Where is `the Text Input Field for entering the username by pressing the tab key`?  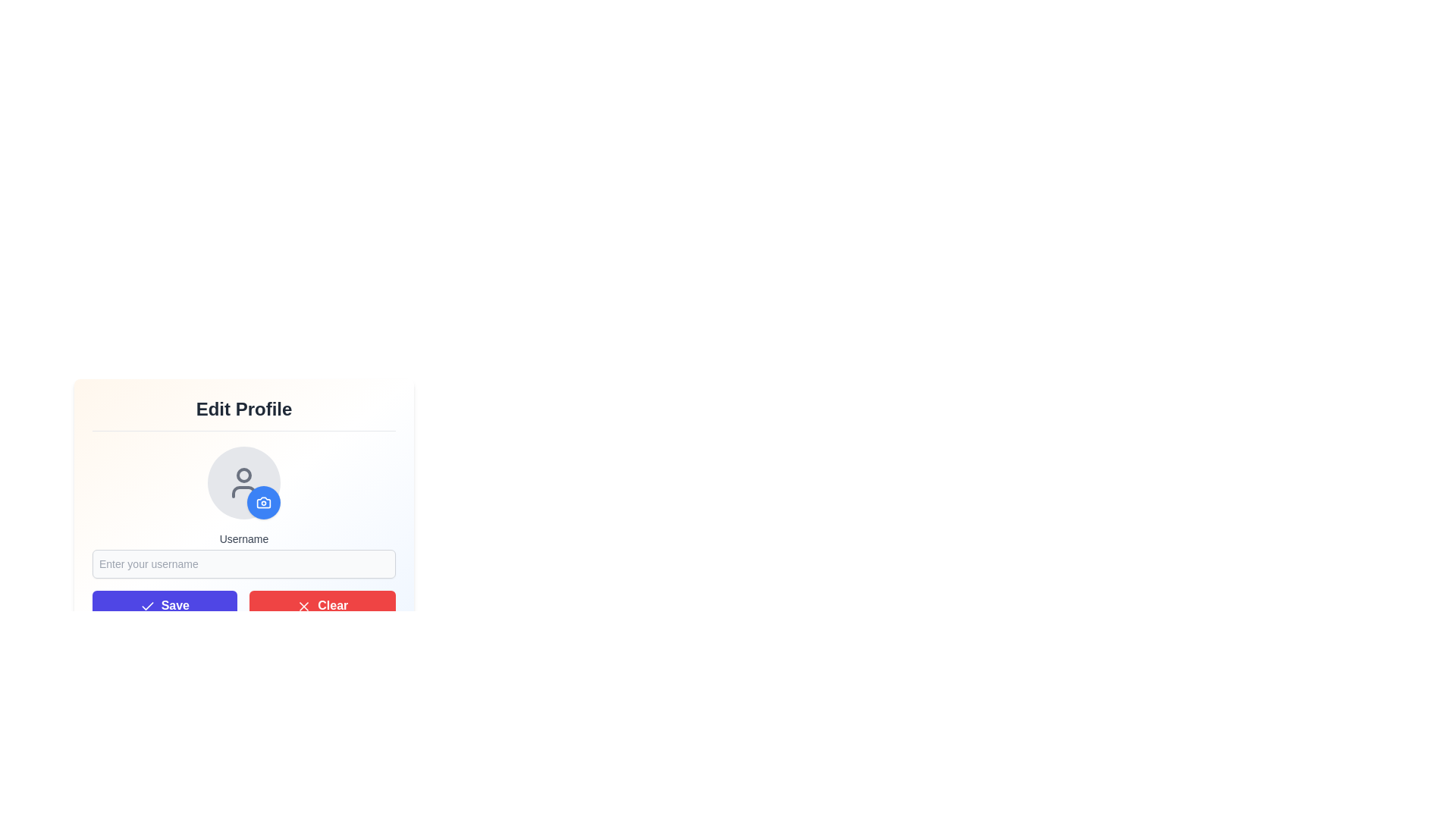
the Text Input Field for entering the username by pressing the tab key is located at coordinates (243, 564).